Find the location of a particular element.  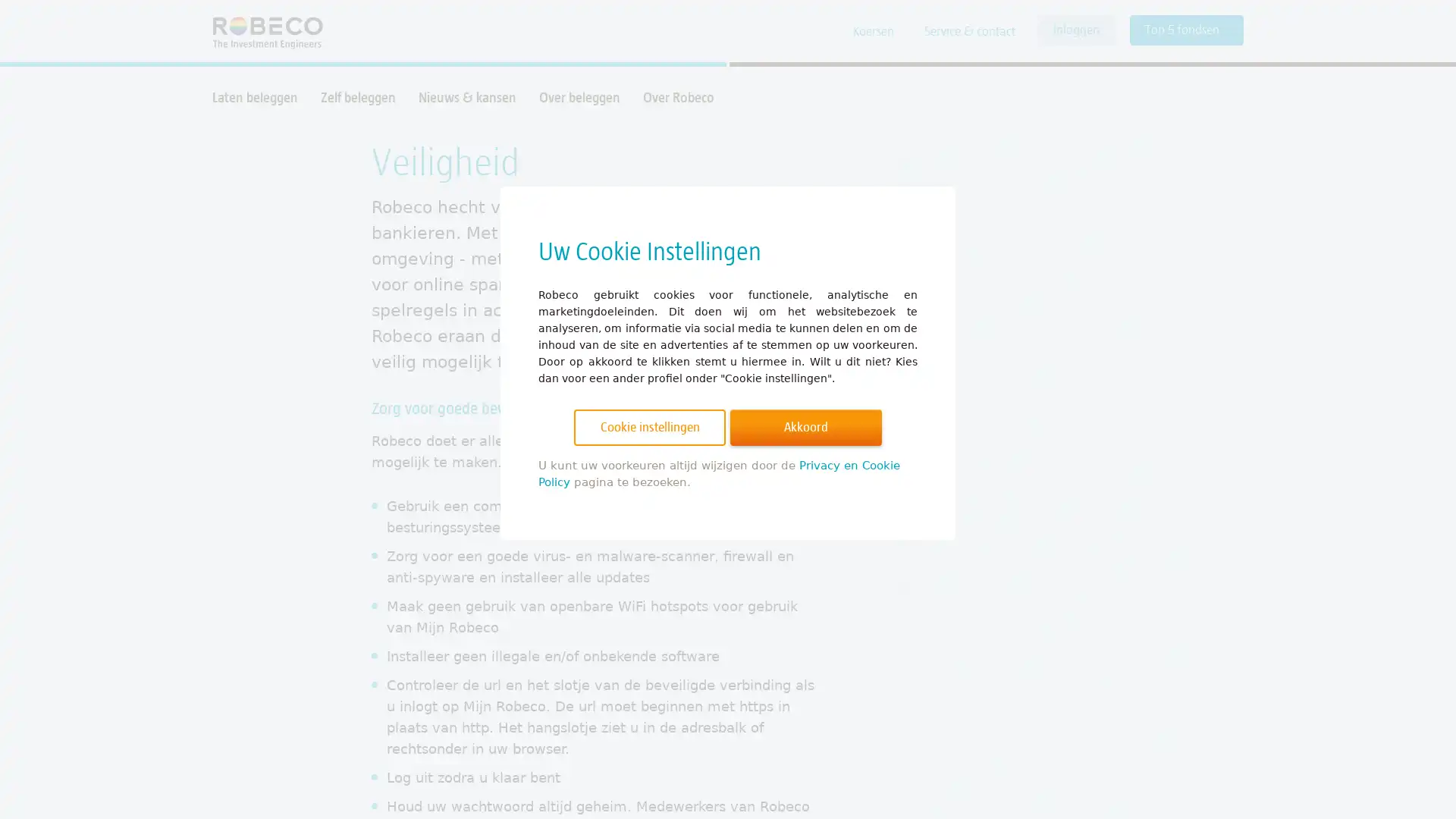

Service & contact is located at coordinates (968, 32).